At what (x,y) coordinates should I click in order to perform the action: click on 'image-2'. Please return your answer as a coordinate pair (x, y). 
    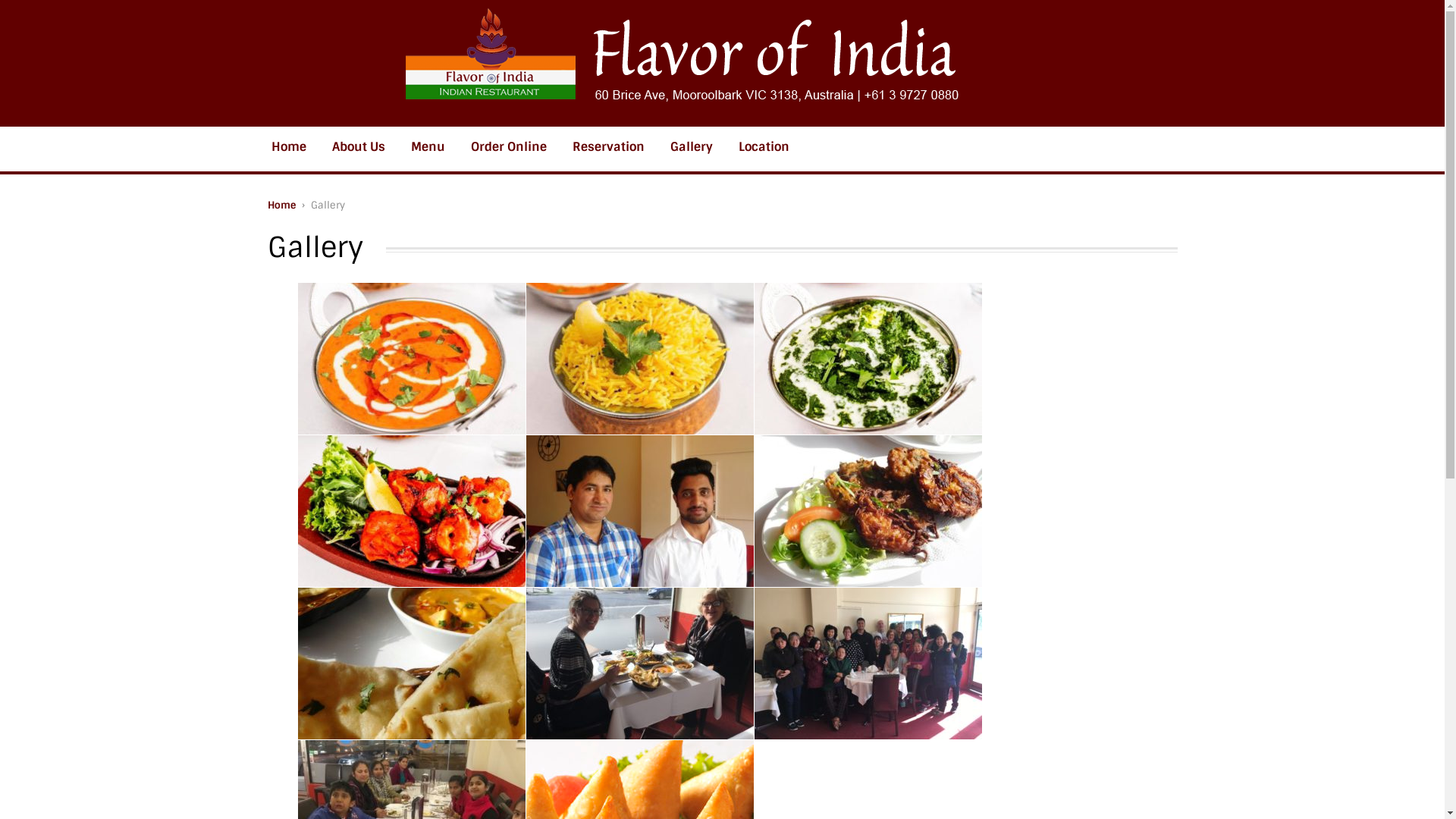
    Looking at the image, I should click on (640, 359).